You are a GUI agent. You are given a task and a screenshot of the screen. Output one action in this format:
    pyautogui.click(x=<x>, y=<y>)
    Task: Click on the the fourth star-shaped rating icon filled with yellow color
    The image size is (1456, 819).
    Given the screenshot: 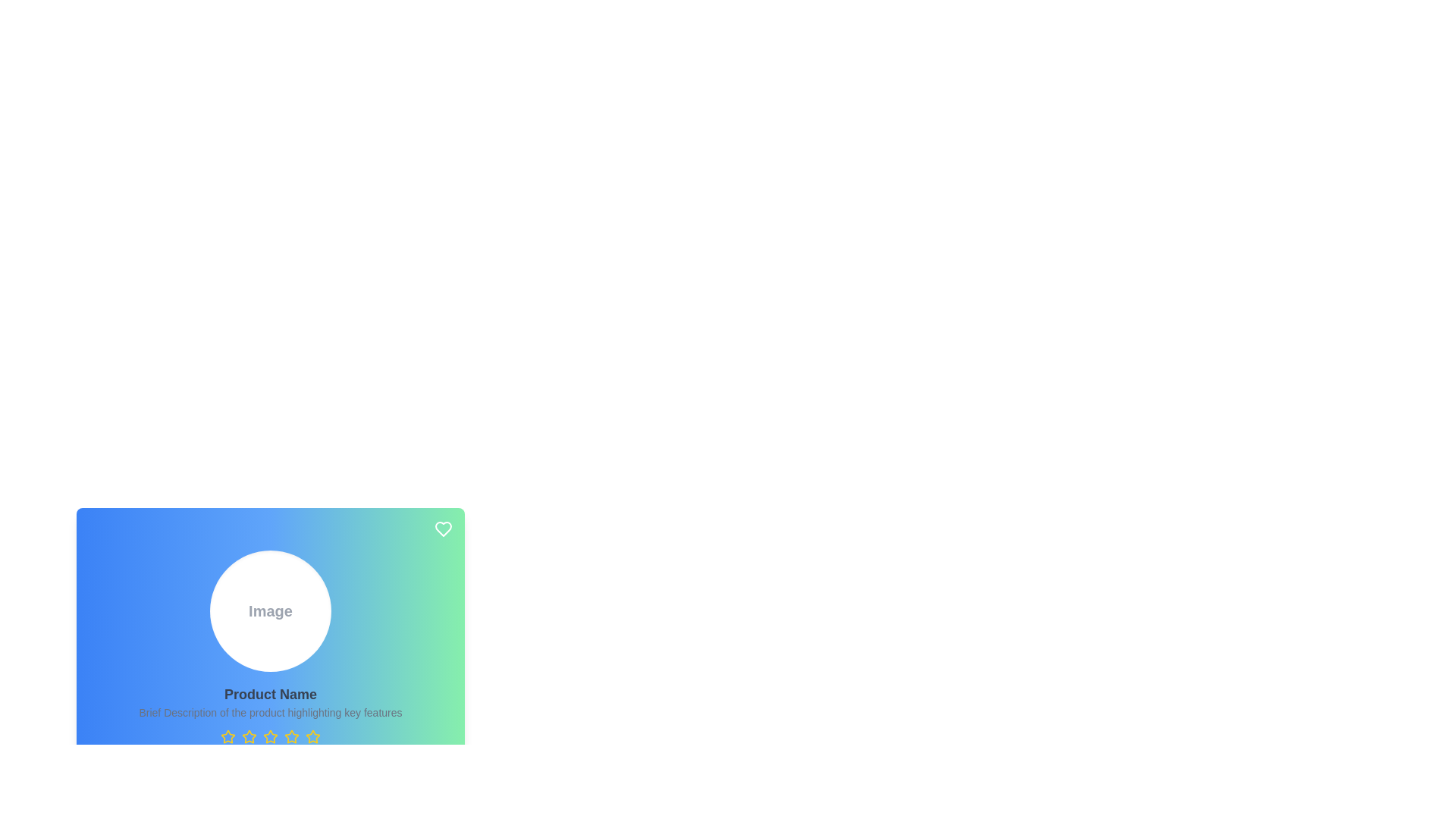 What is the action you would take?
    pyautogui.click(x=270, y=736)
    